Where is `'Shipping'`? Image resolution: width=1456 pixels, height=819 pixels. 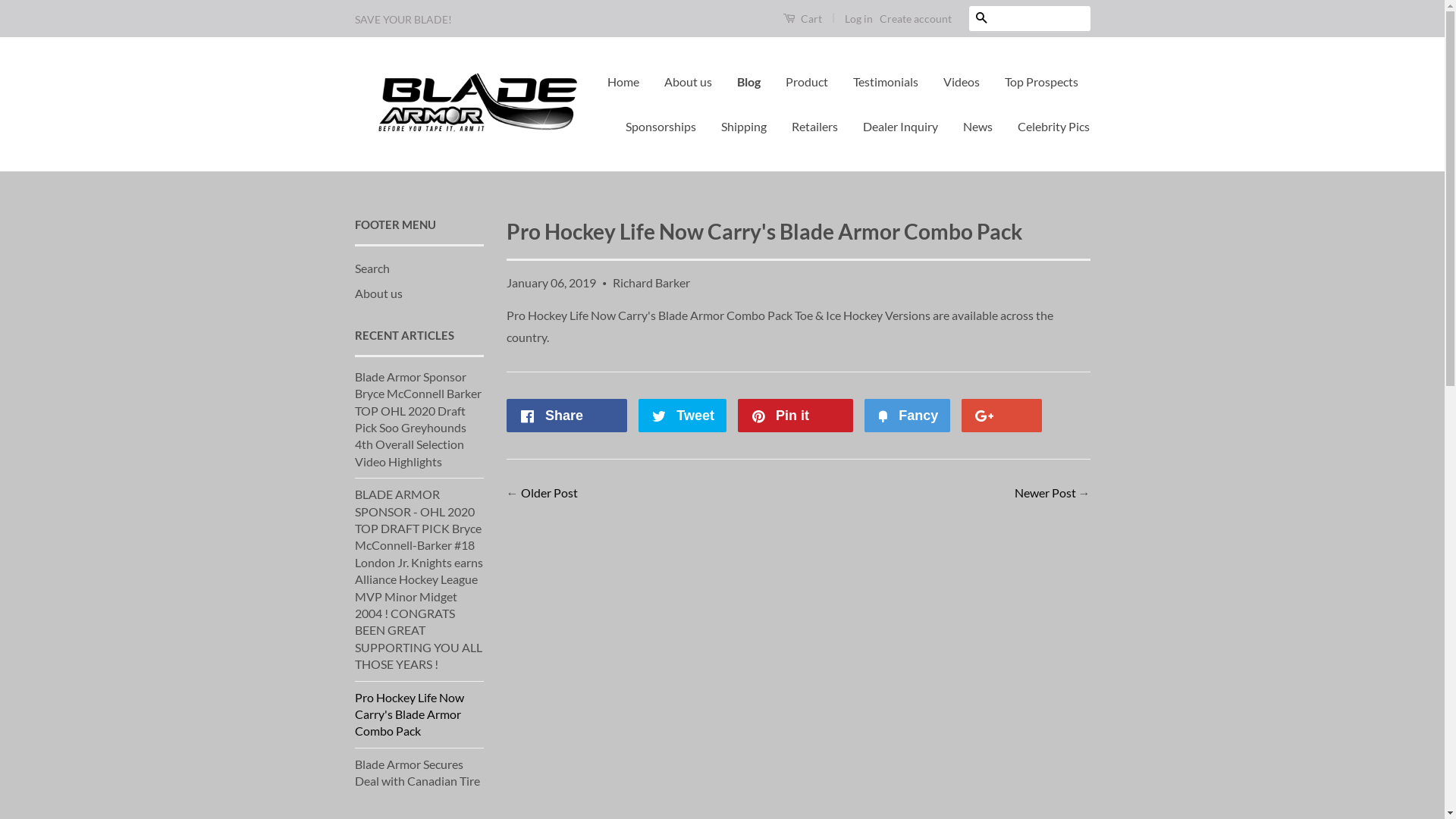
'Shipping' is located at coordinates (743, 126).